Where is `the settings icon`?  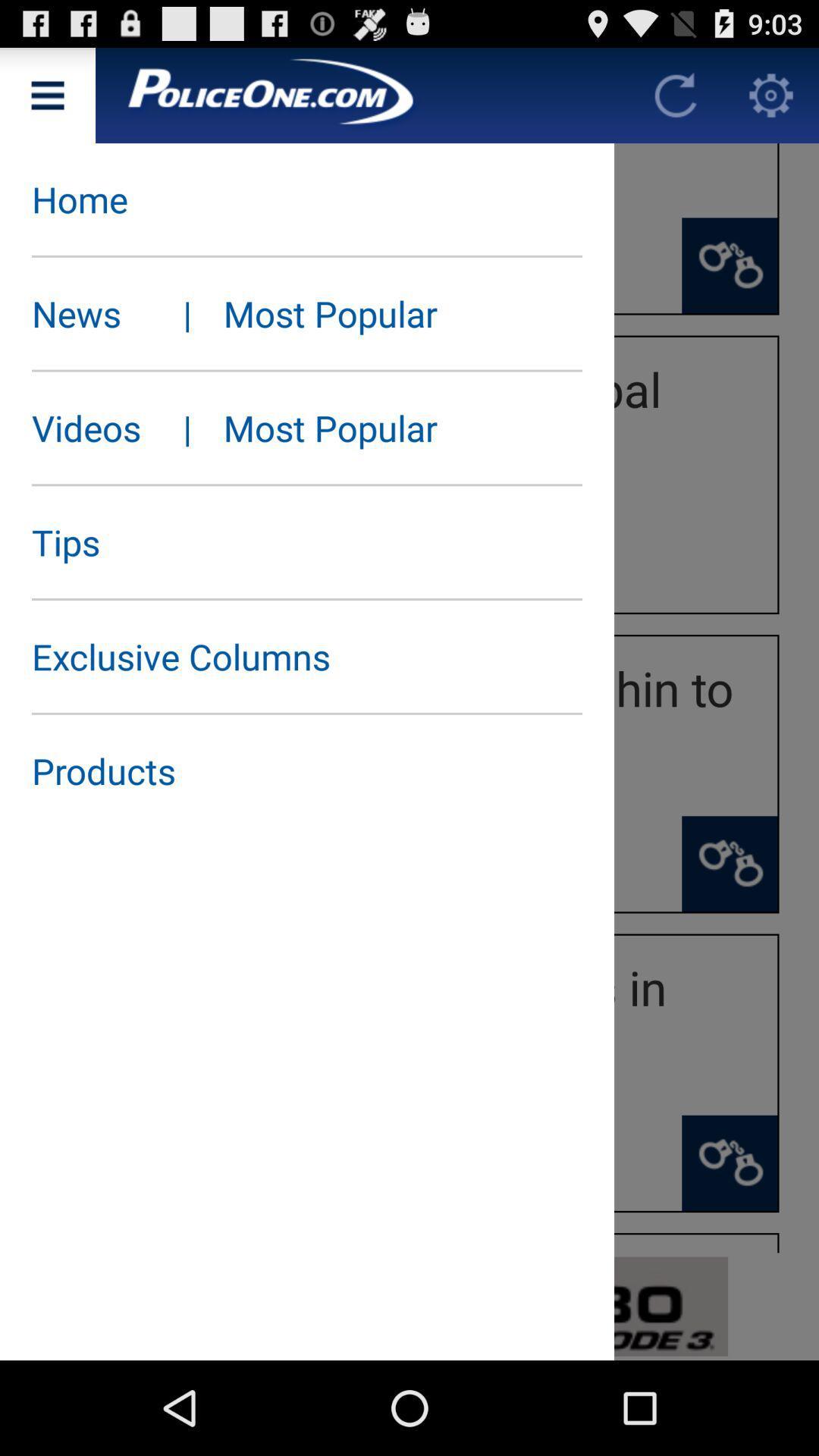
the settings icon is located at coordinates (771, 101).